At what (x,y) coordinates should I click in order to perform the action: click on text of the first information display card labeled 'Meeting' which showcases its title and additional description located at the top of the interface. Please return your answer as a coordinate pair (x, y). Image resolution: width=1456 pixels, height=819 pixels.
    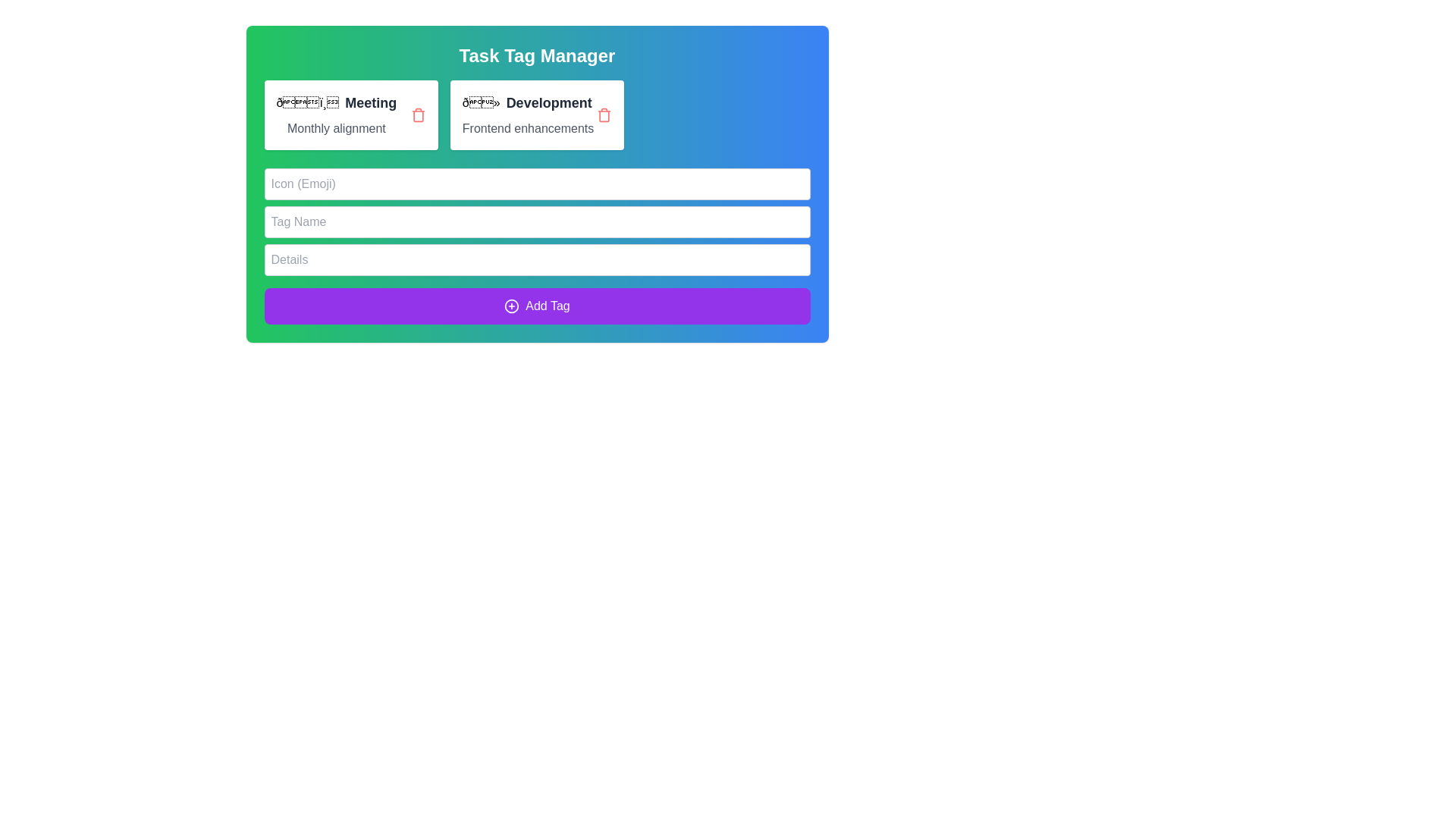
    Looking at the image, I should click on (335, 114).